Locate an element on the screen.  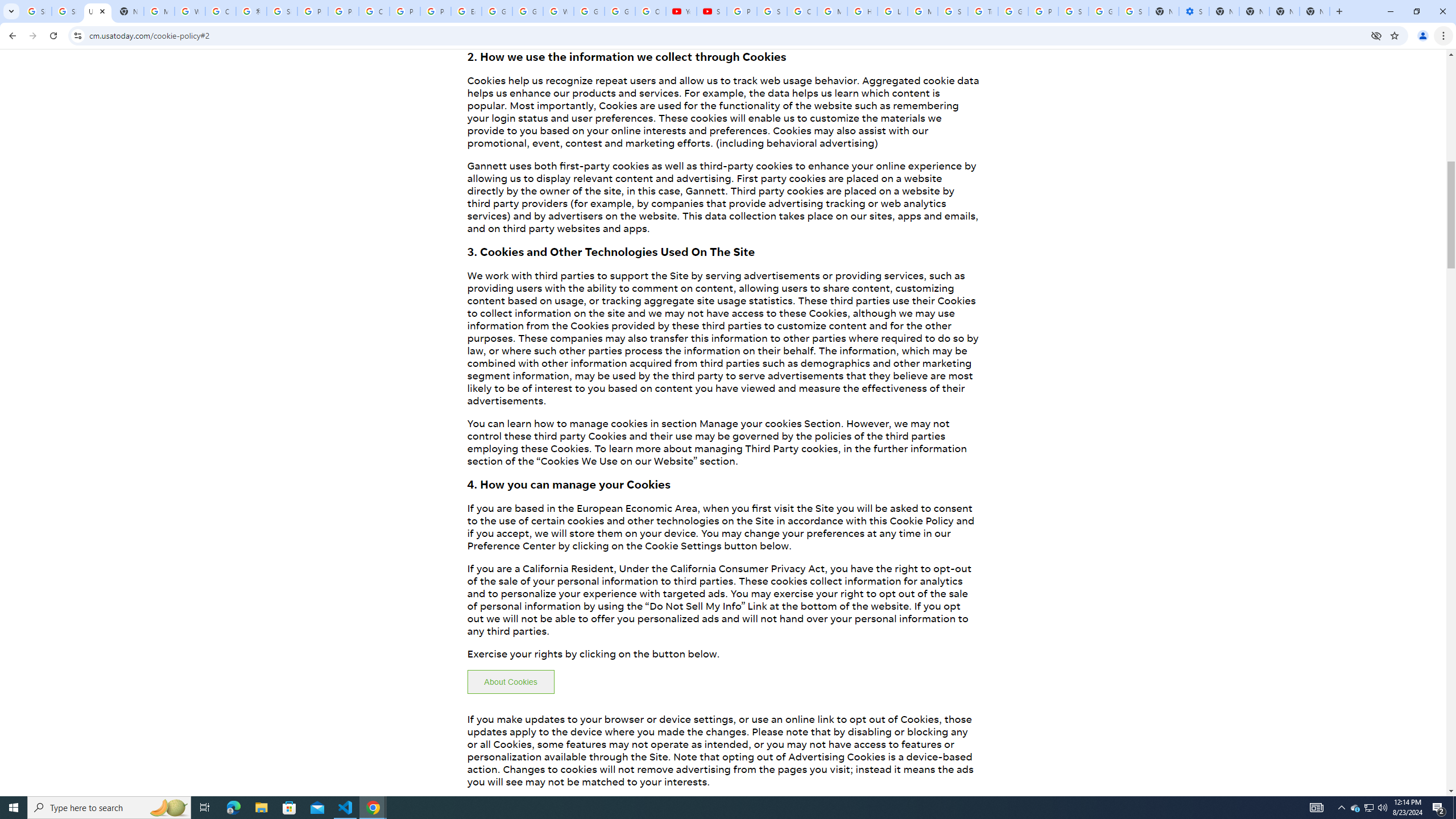
'Sign in - Google Accounts' is located at coordinates (1073, 11).